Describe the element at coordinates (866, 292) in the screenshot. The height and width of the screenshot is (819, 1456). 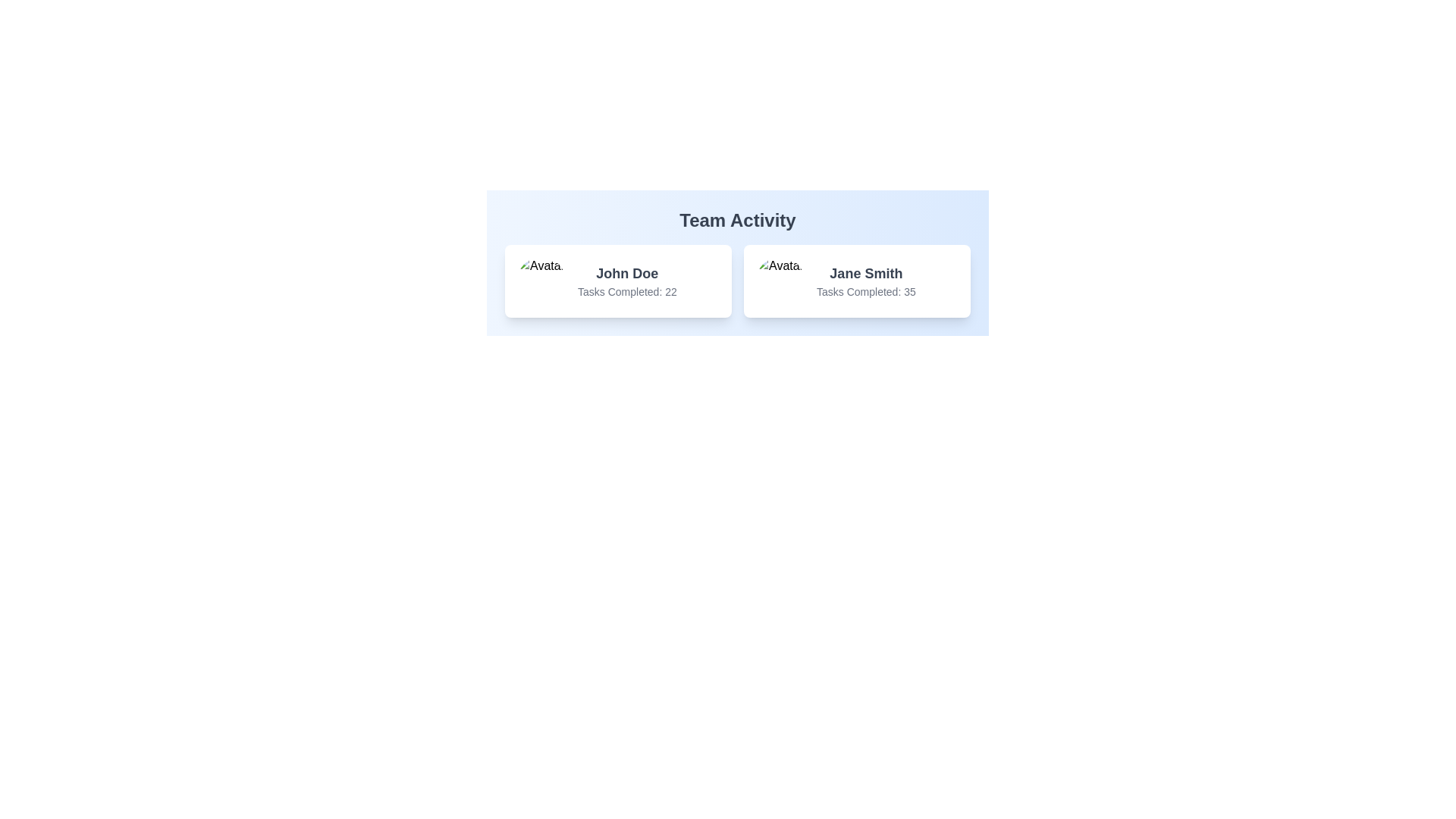
I see `text label displaying 'Tasks Completed: 35' located below the name 'Jane Smith' in the 'Team Activity' section` at that location.